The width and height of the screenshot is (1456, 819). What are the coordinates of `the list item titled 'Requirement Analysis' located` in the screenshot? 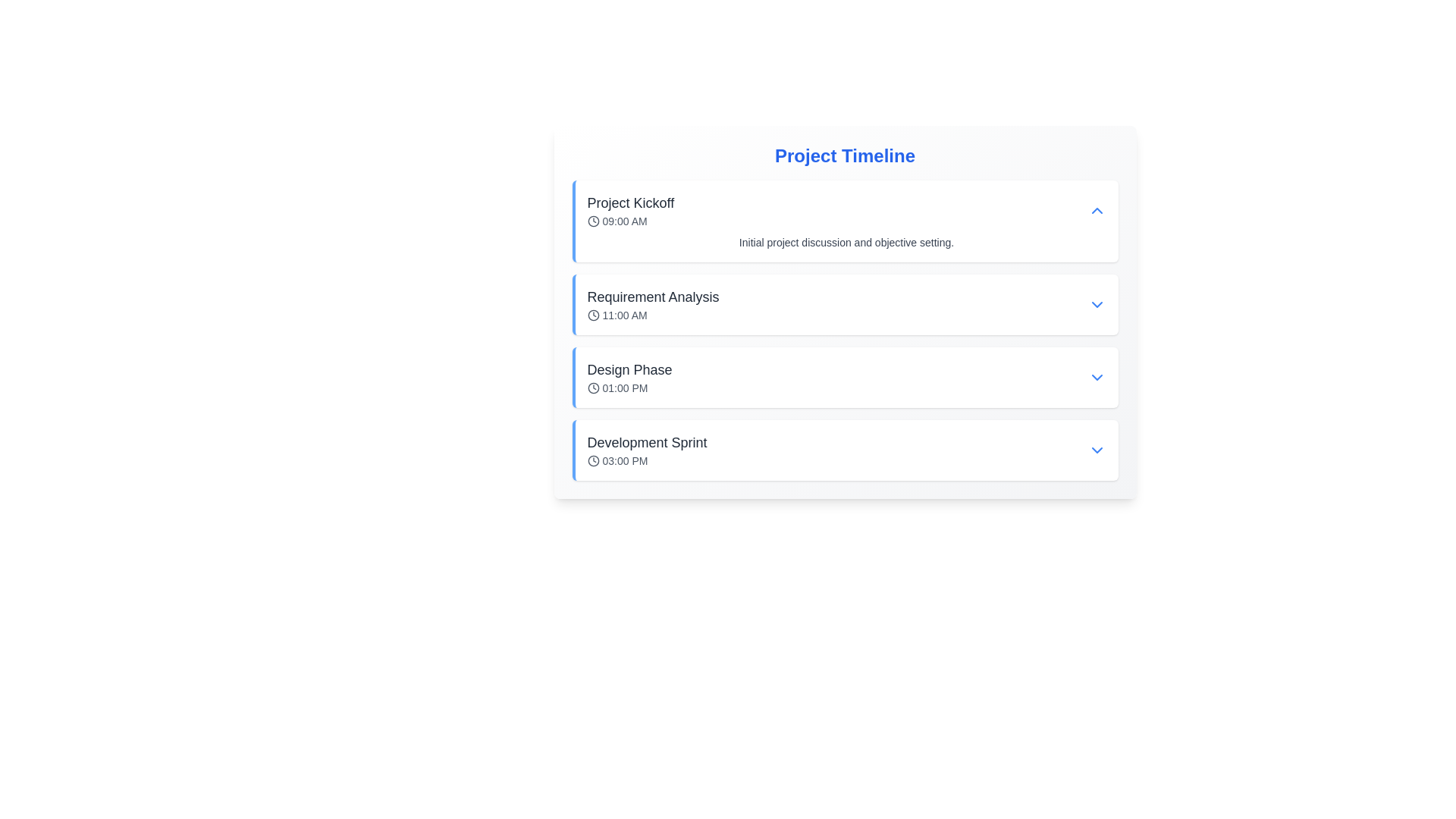 It's located at (653, 304).